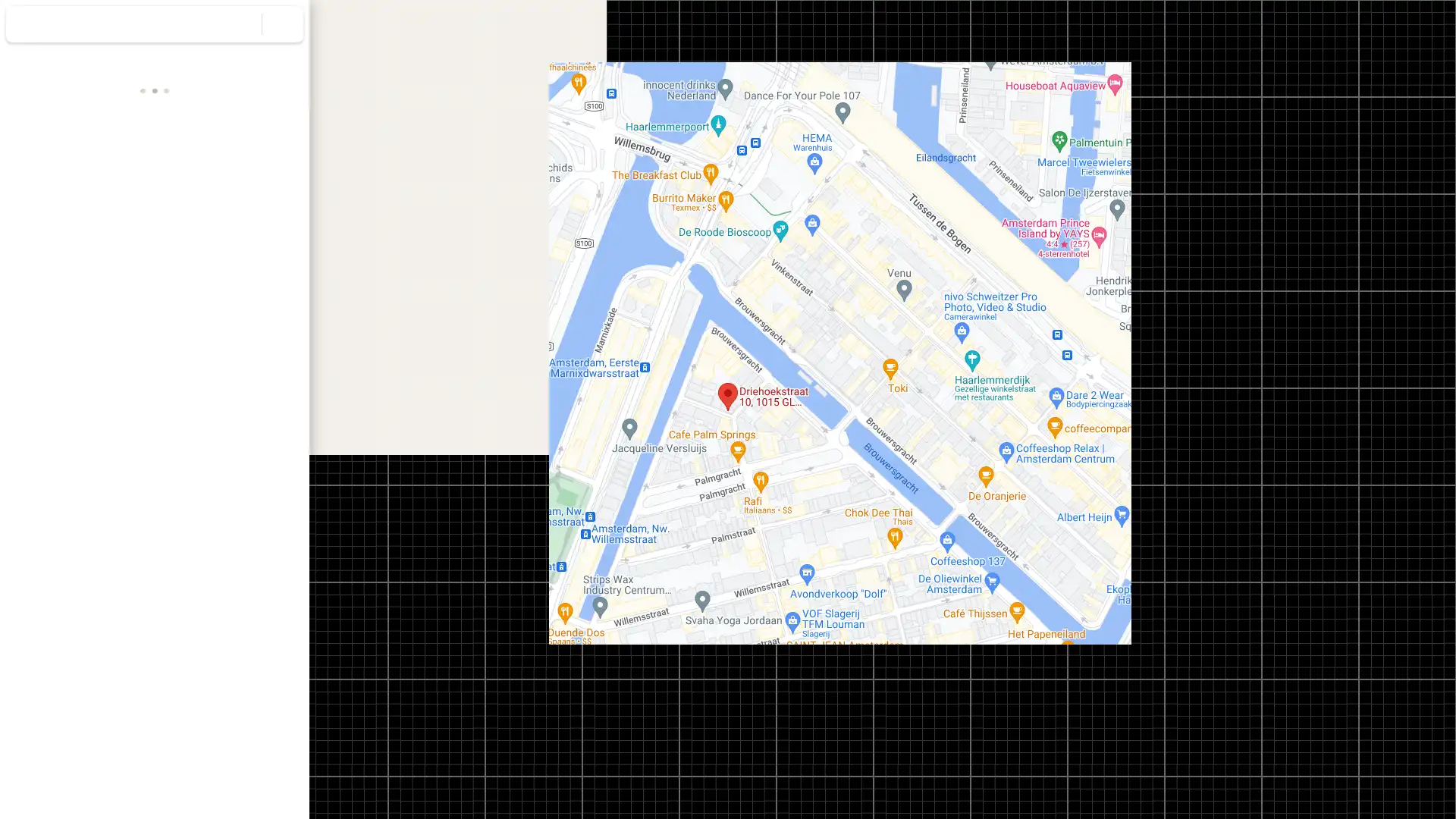 This screenshot has width=1456, height=819. Describe the element at coordinates (281, 350) in the screenshot. I see `Adres kopieren` at that location.